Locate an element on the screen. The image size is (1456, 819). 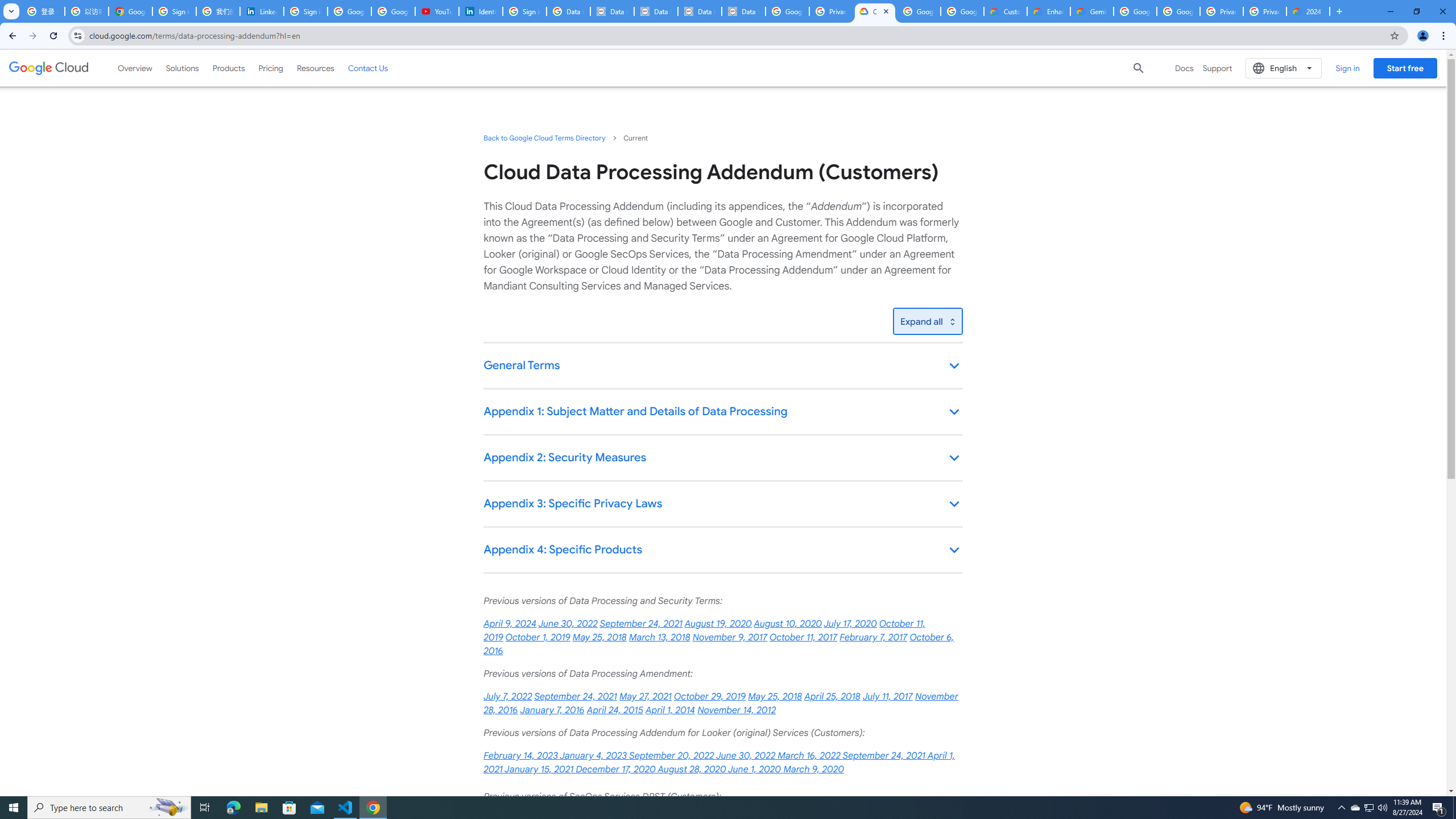
'July 7, 2022' is located at coordinates (507, 697).